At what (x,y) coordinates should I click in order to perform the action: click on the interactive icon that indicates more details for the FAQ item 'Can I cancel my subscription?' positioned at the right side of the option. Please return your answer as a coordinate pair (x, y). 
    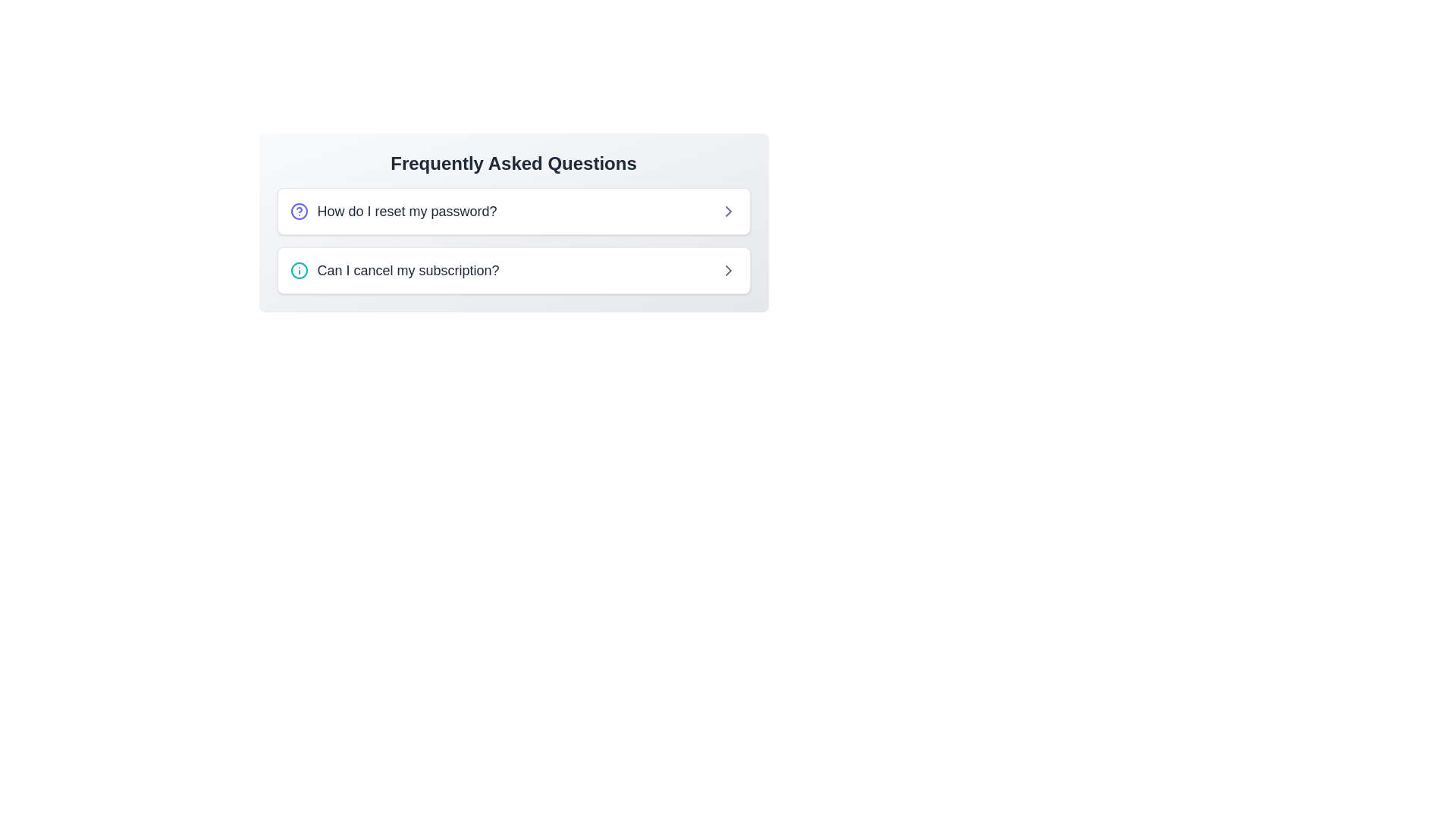
    Looking at the image, I should click on (728, 270).